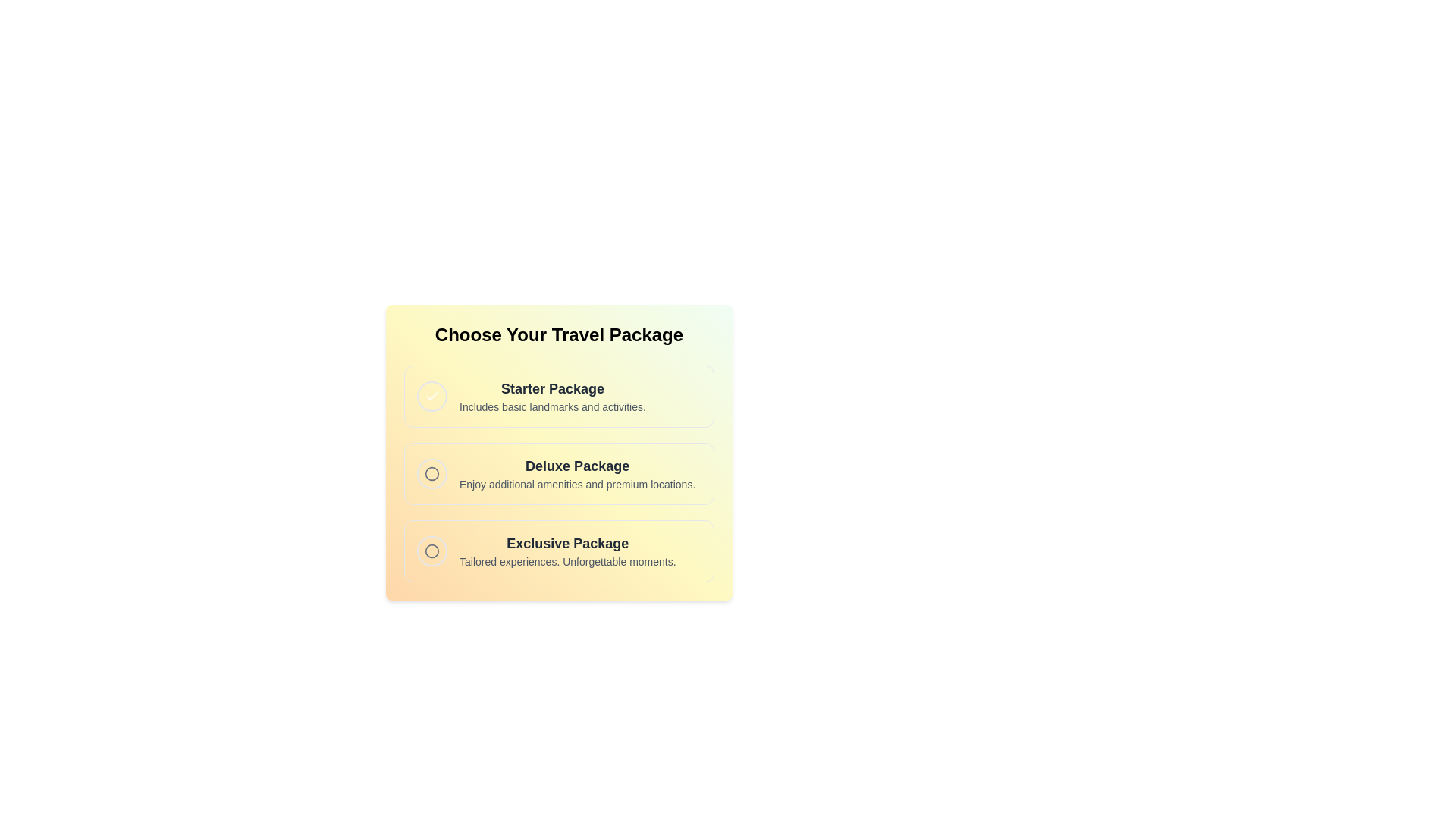  What do you see at coordinates (552, 406) in the screenshot?
I see `text 'Includes basic landmarks and activities.' which is displayed in a small-sized, gray-colored font beneath the heading 'Starter Package' in the first package section` at bounding box center [552, 406].